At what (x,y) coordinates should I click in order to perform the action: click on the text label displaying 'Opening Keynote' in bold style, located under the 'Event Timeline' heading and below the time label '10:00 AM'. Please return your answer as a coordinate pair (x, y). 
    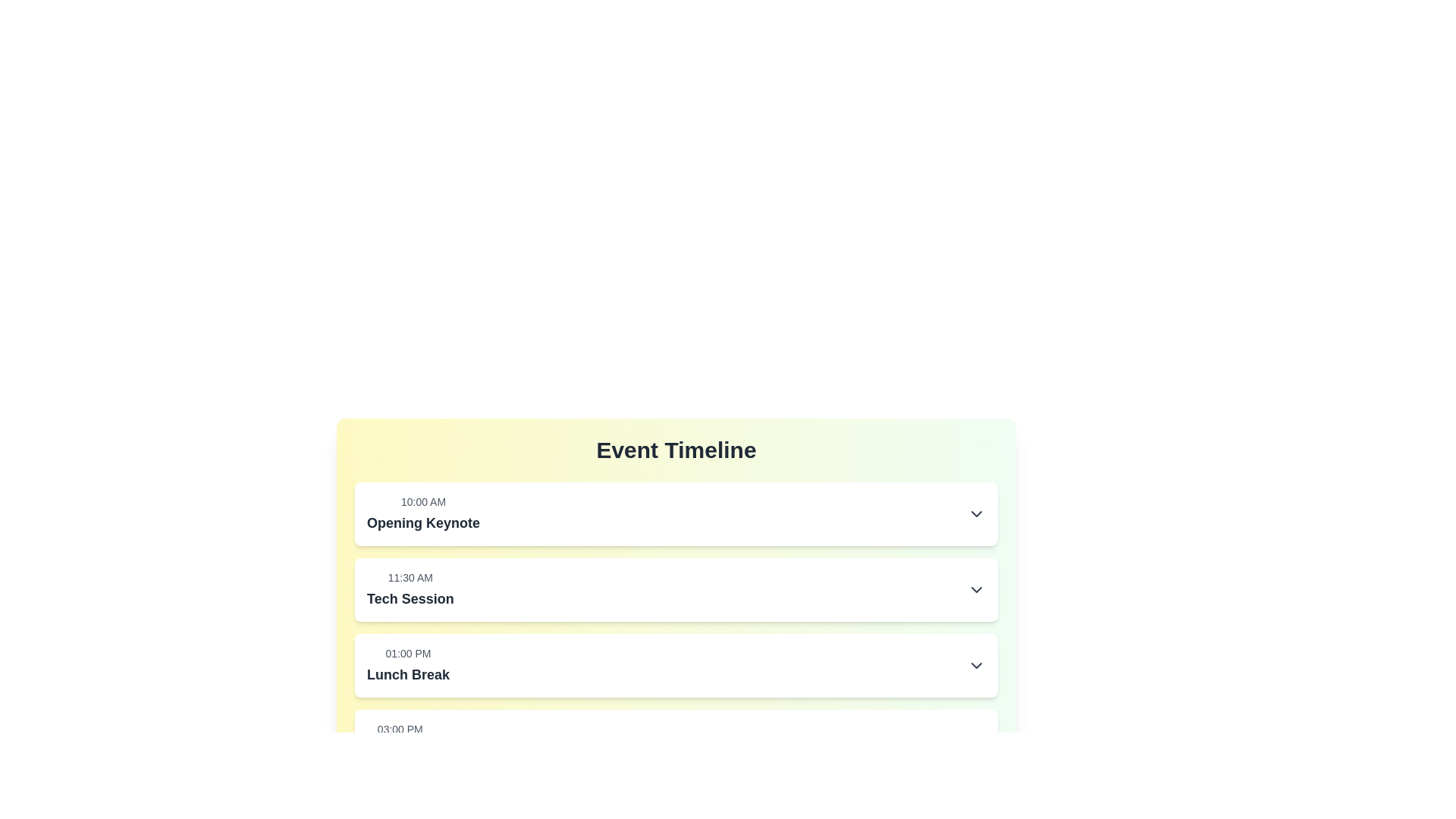
    Looking at the image, I should click on (423, 522).